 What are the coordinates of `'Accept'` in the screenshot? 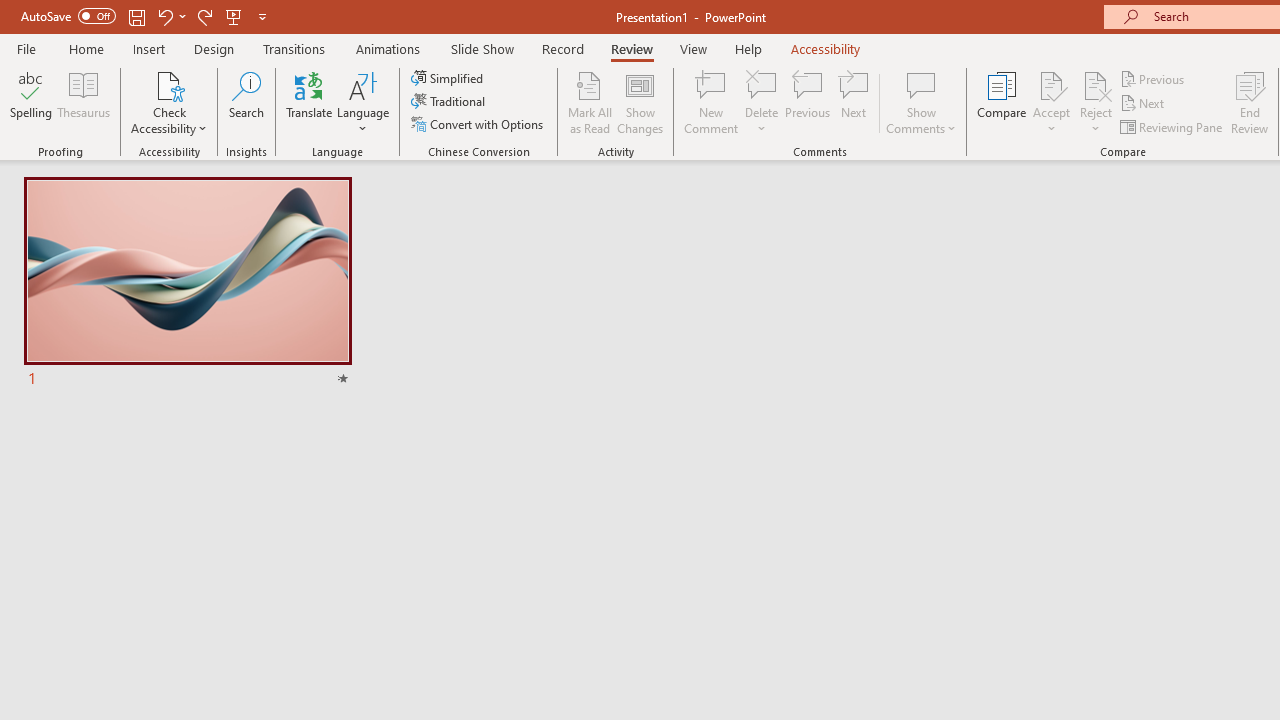 It's located at (1050, 103).